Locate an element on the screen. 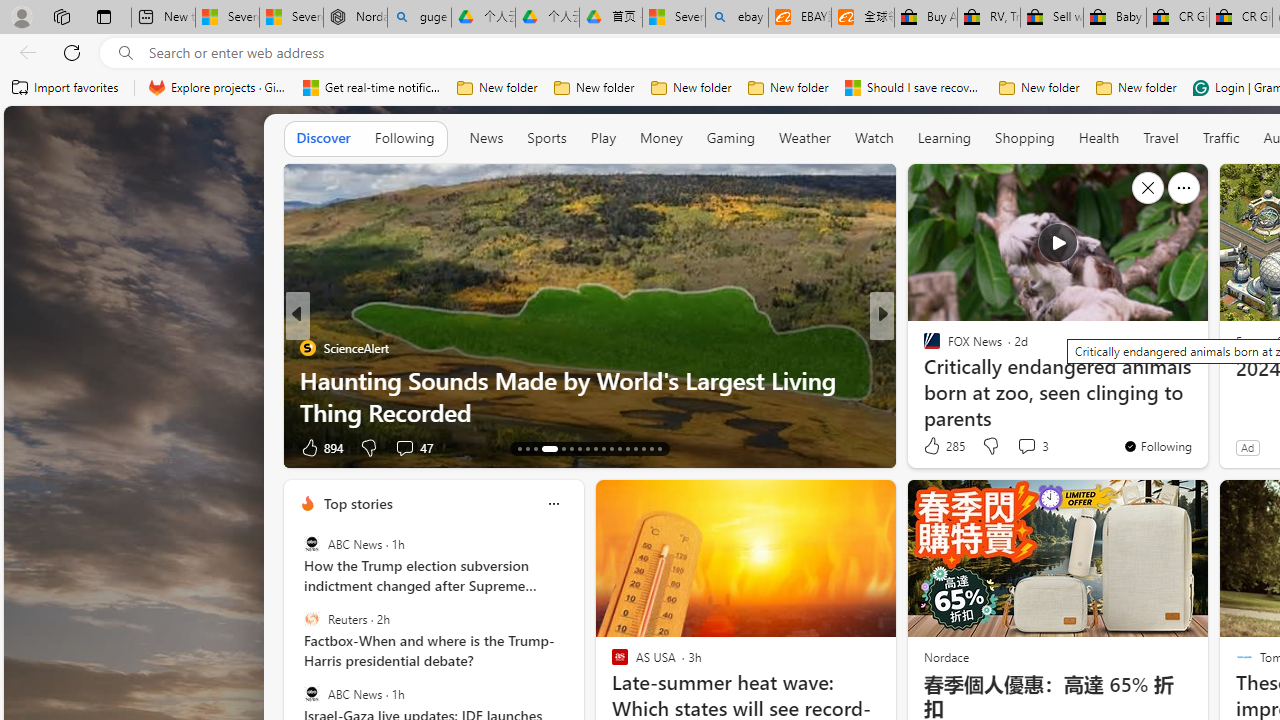 The height and width of the screenshot is (720, 1280). '8 Like' is located at coordinates (929, 446).